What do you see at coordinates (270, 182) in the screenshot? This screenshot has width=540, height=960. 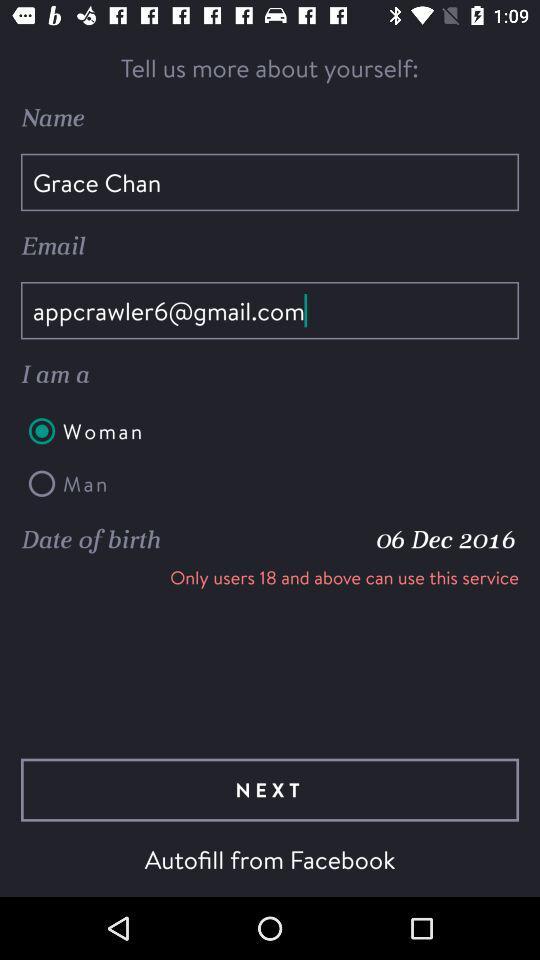 I see `the icon above the email item` at bounding box center [270, 182].